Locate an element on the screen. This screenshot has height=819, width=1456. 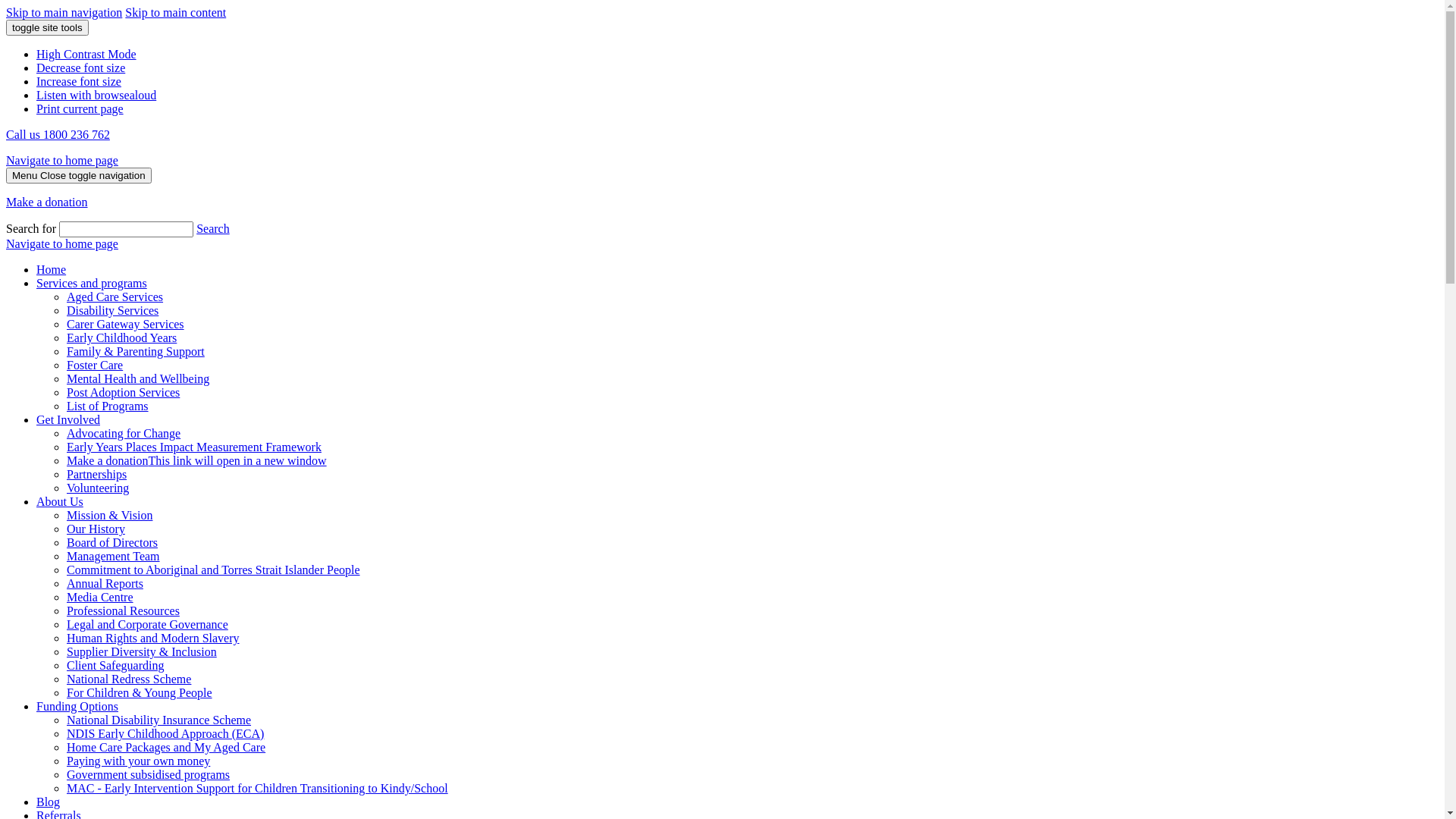
'Listen with browsealoud' is located at coordinates (95, 95).